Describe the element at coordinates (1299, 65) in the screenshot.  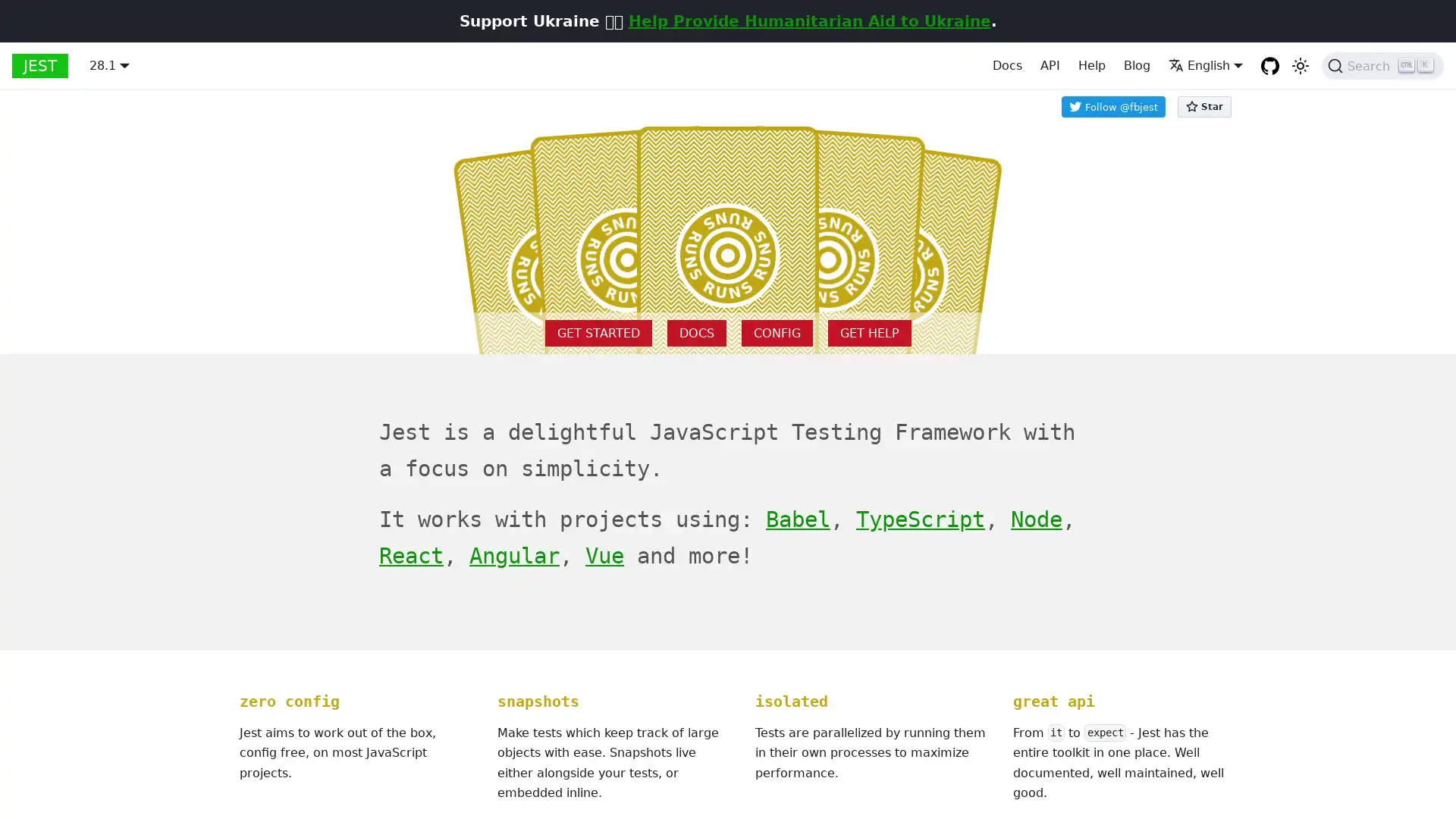
I see `Switch between dark and light mode (currently light mode)` at that location.